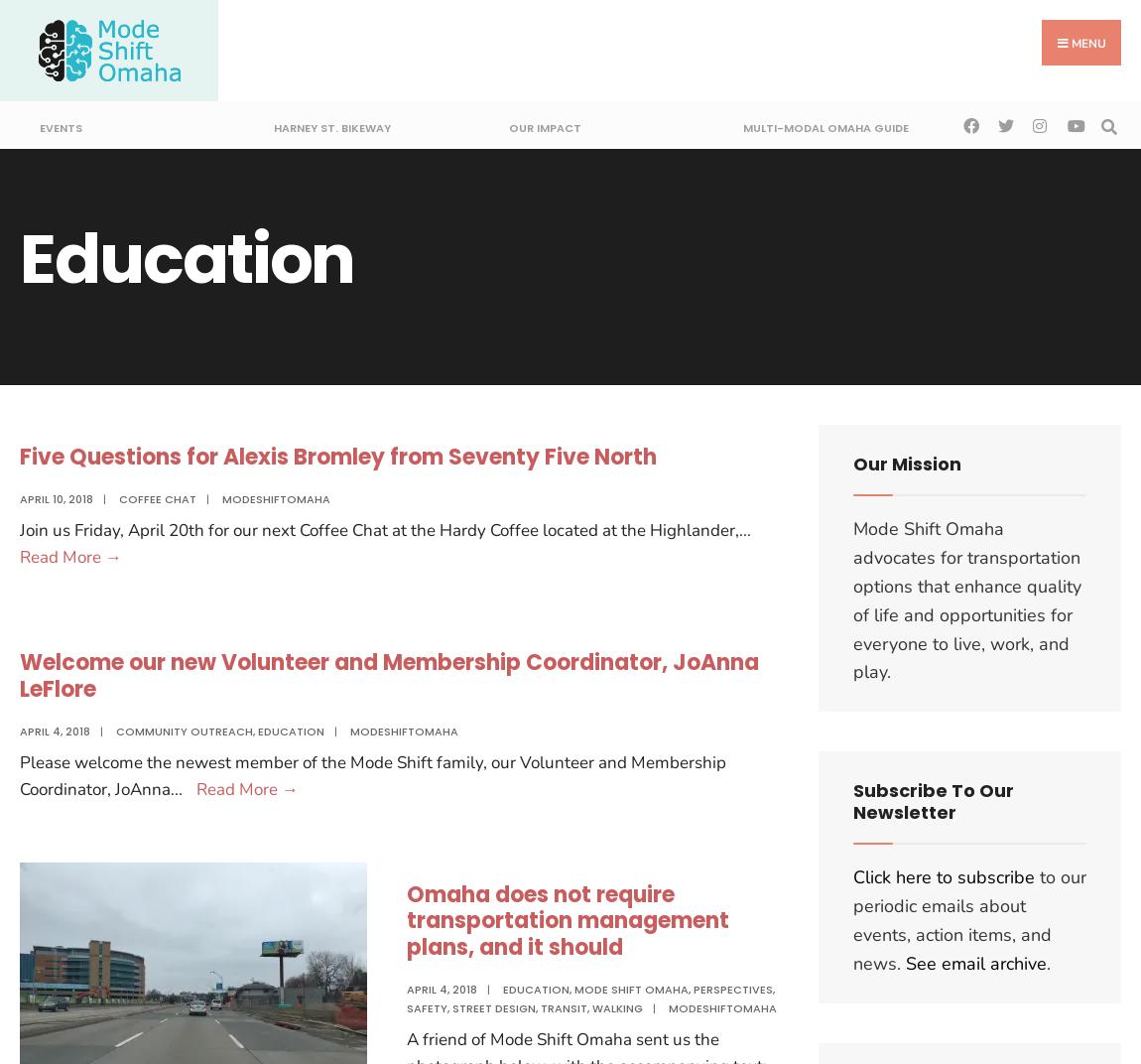  Describe the element at coordinates (56, 498) in the screenshot. I see `'April 10, 2018'` at that location.